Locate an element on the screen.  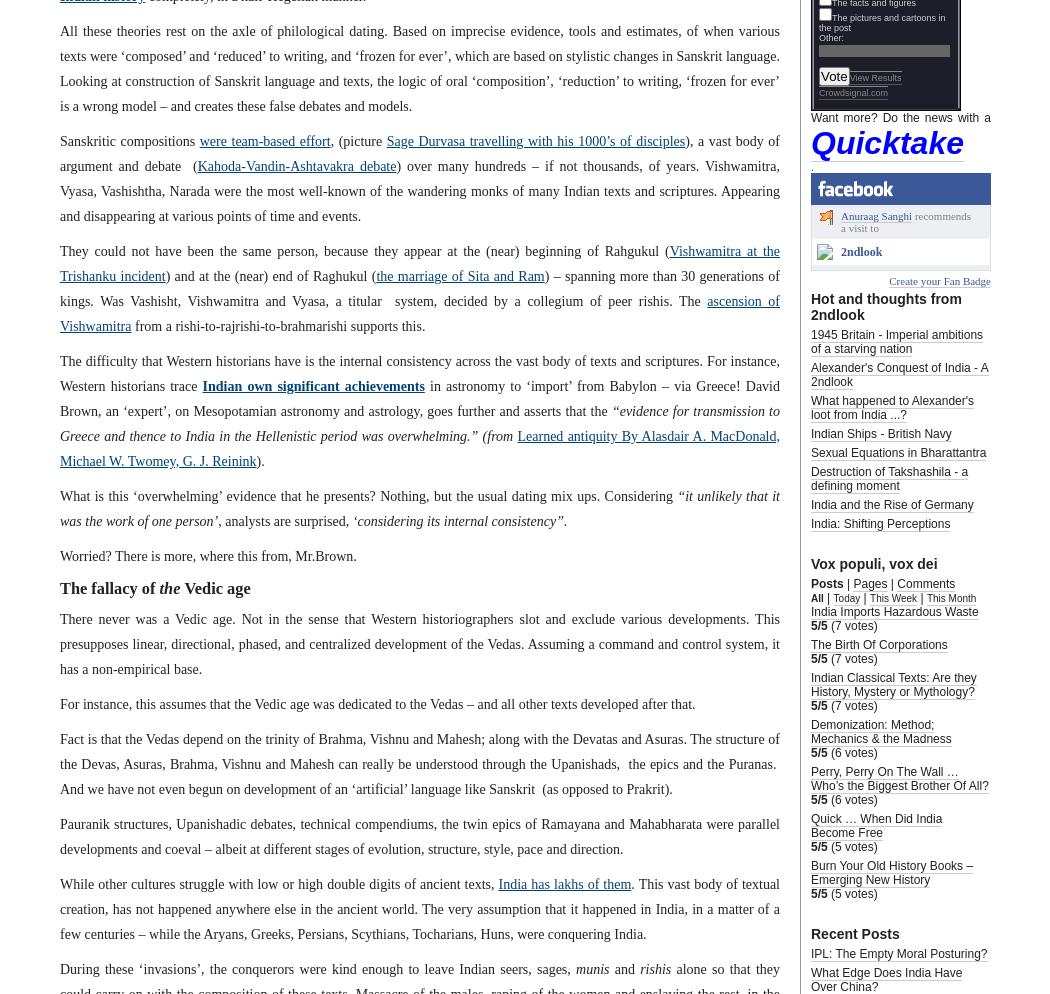
'Fact is that the Vedas depend on the trinity of Brahma, Vishnu and Mahesh; along with the Devatas and Asuras. The structure of the Devas, Asuras, Brahma, Vishnu and Mahesh can really be understood through the Upanishads,  the epics and the Puranas.  And we have not even begun on development of an ‘artificial’ language like Sanskrit  (as opposed to Prakrit).' is located at coordinates (58, 763).